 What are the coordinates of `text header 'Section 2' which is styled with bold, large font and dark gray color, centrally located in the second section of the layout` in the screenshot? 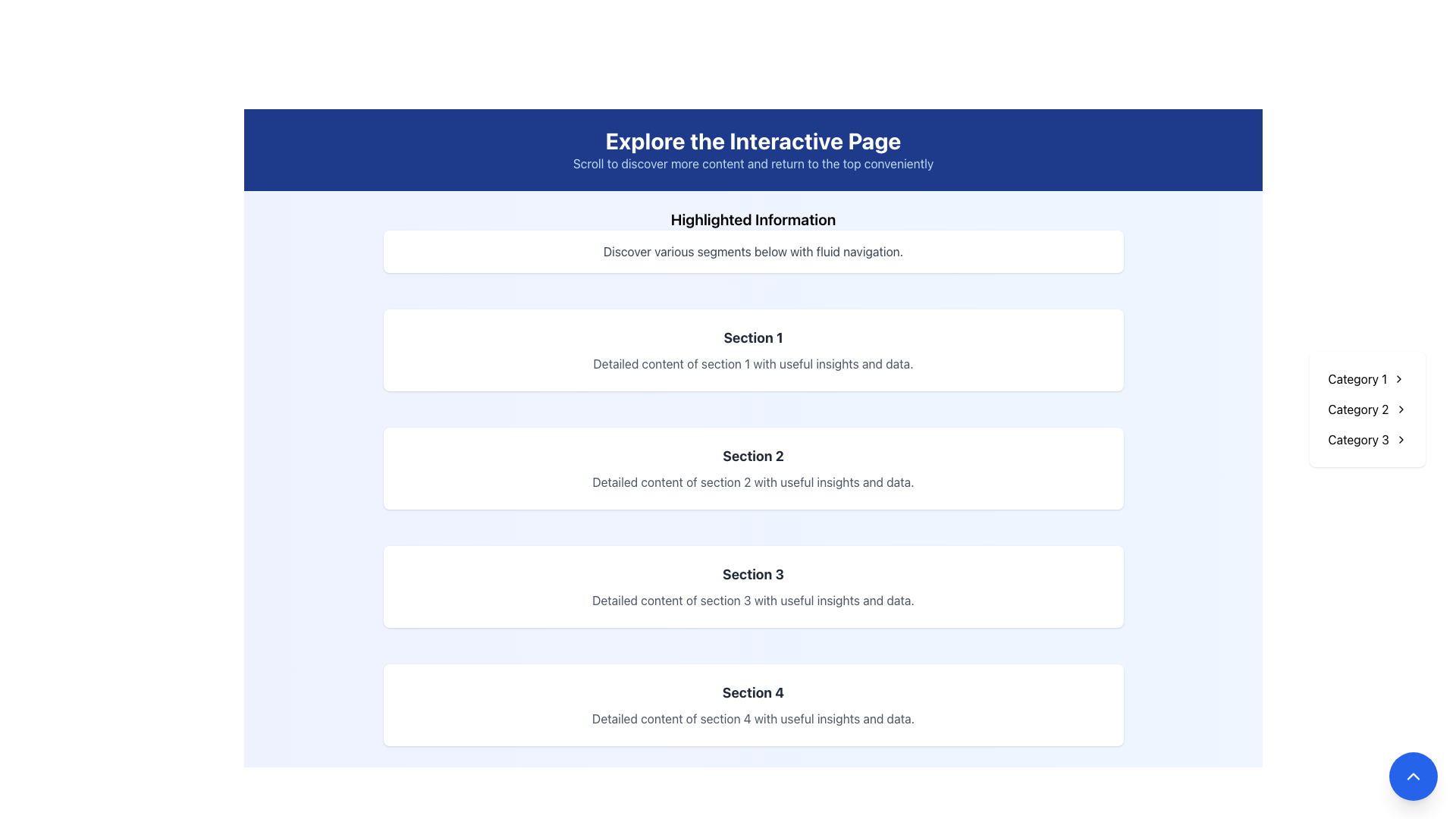 It's located at (753, 455).